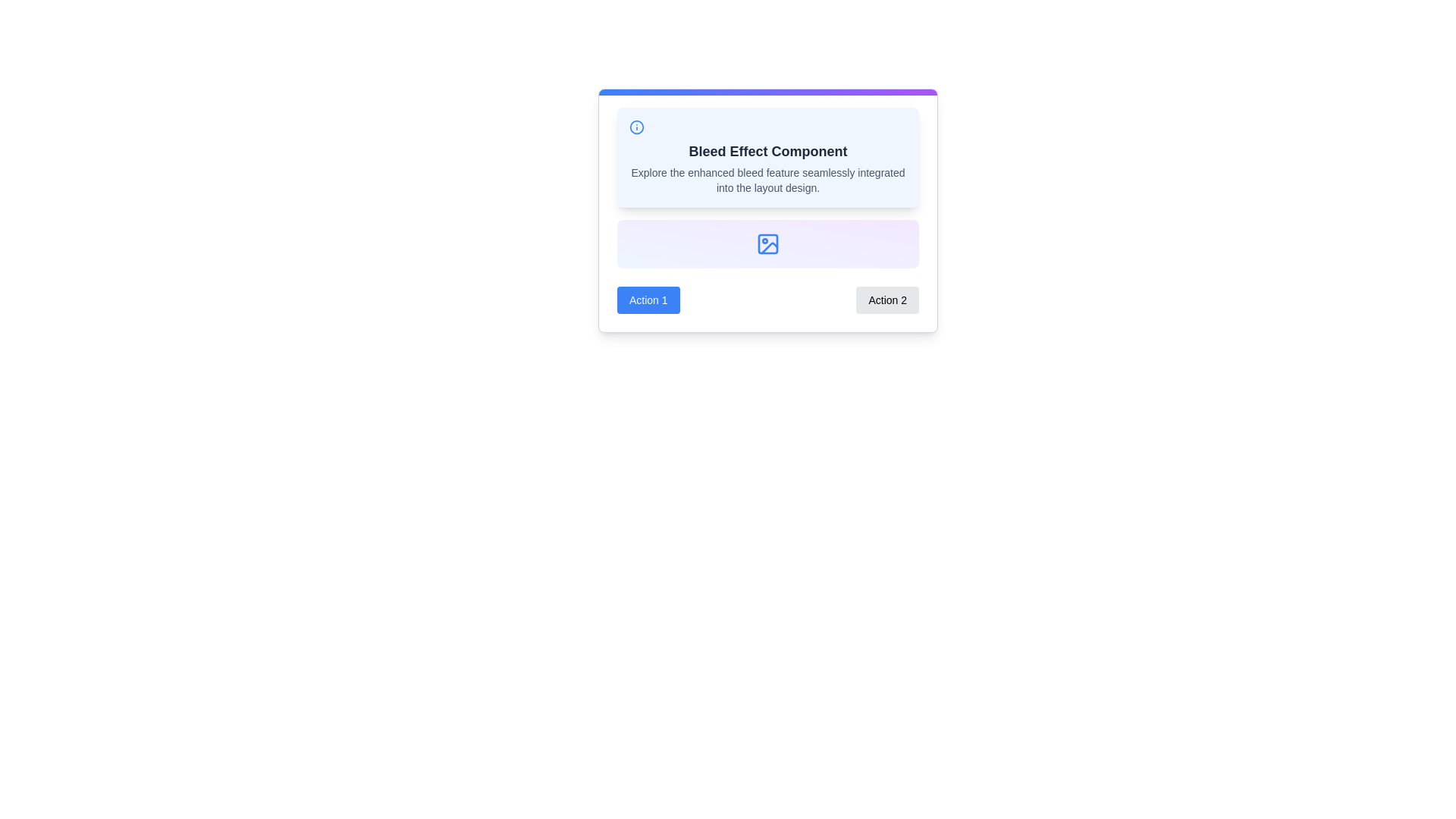  What do you see at coordinates (887, 300) in the screenshot?
I see `the interactive button located at the bottom-right side of the card-like layout` at bounding box center [887, 300].